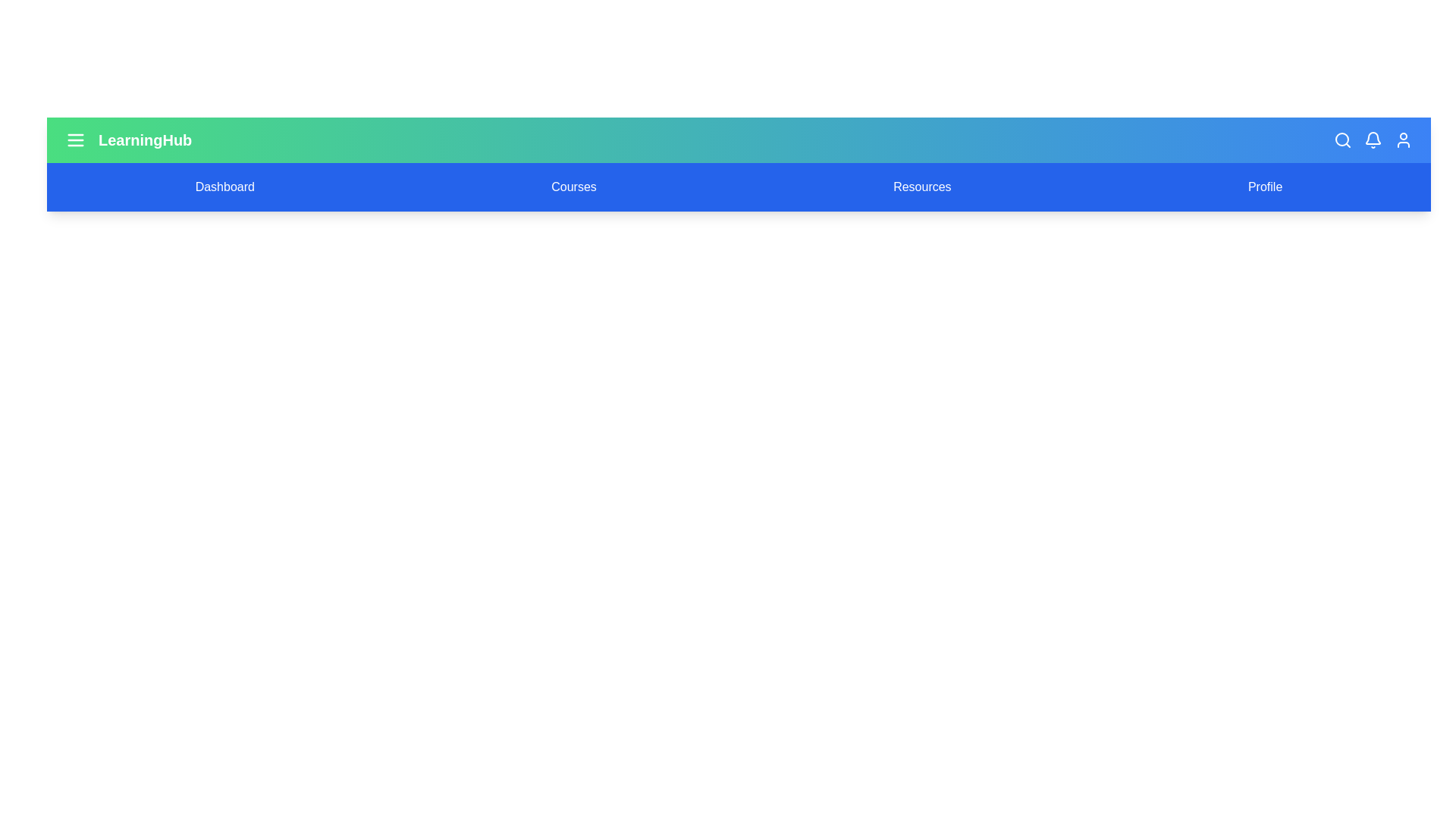 The width and height of the screenshot is (1456, 819). I want to click on the user profile icon to access account options, so click(1403, 140).